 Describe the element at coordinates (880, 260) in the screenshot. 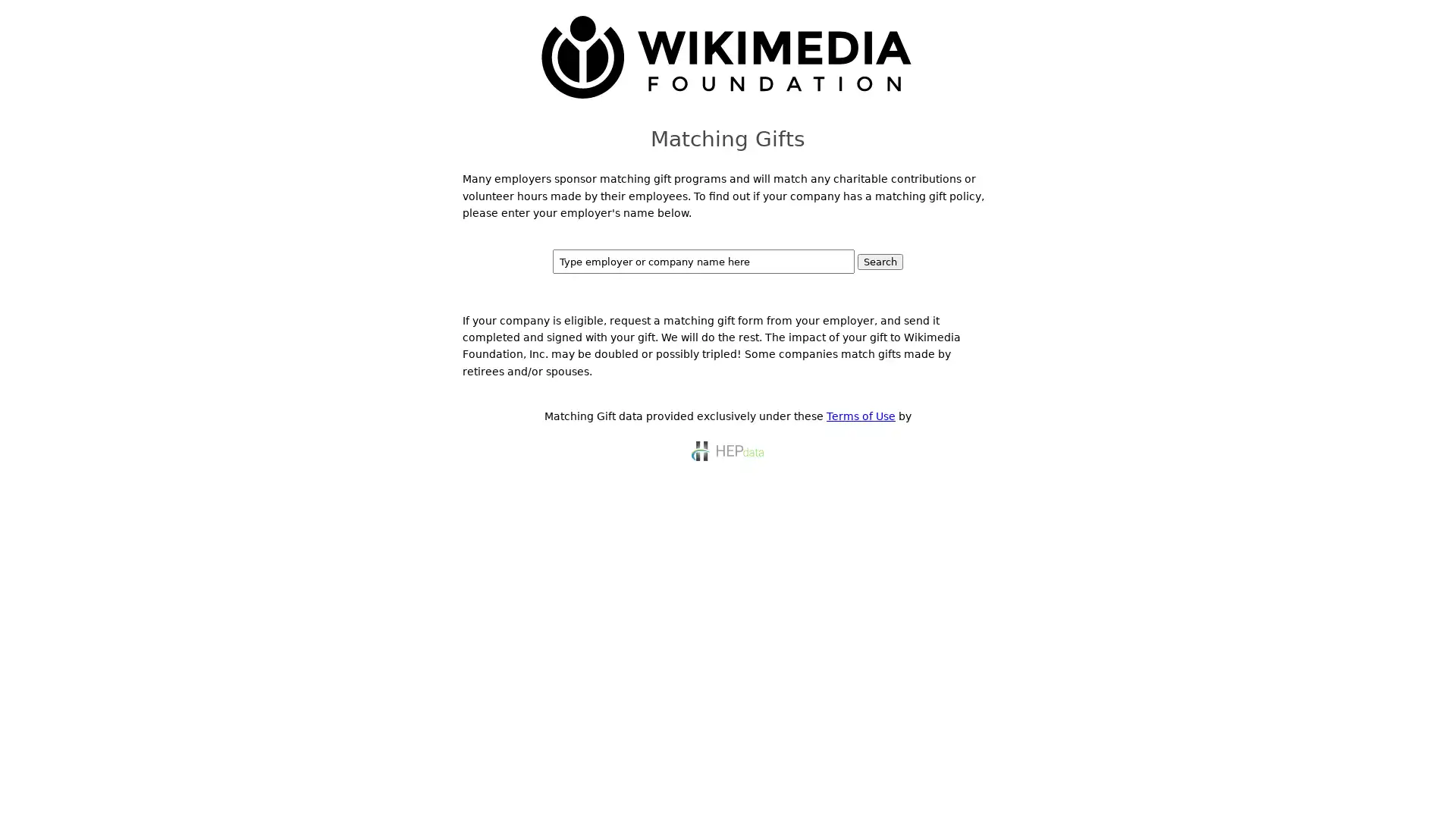

I see `Search` at that location.